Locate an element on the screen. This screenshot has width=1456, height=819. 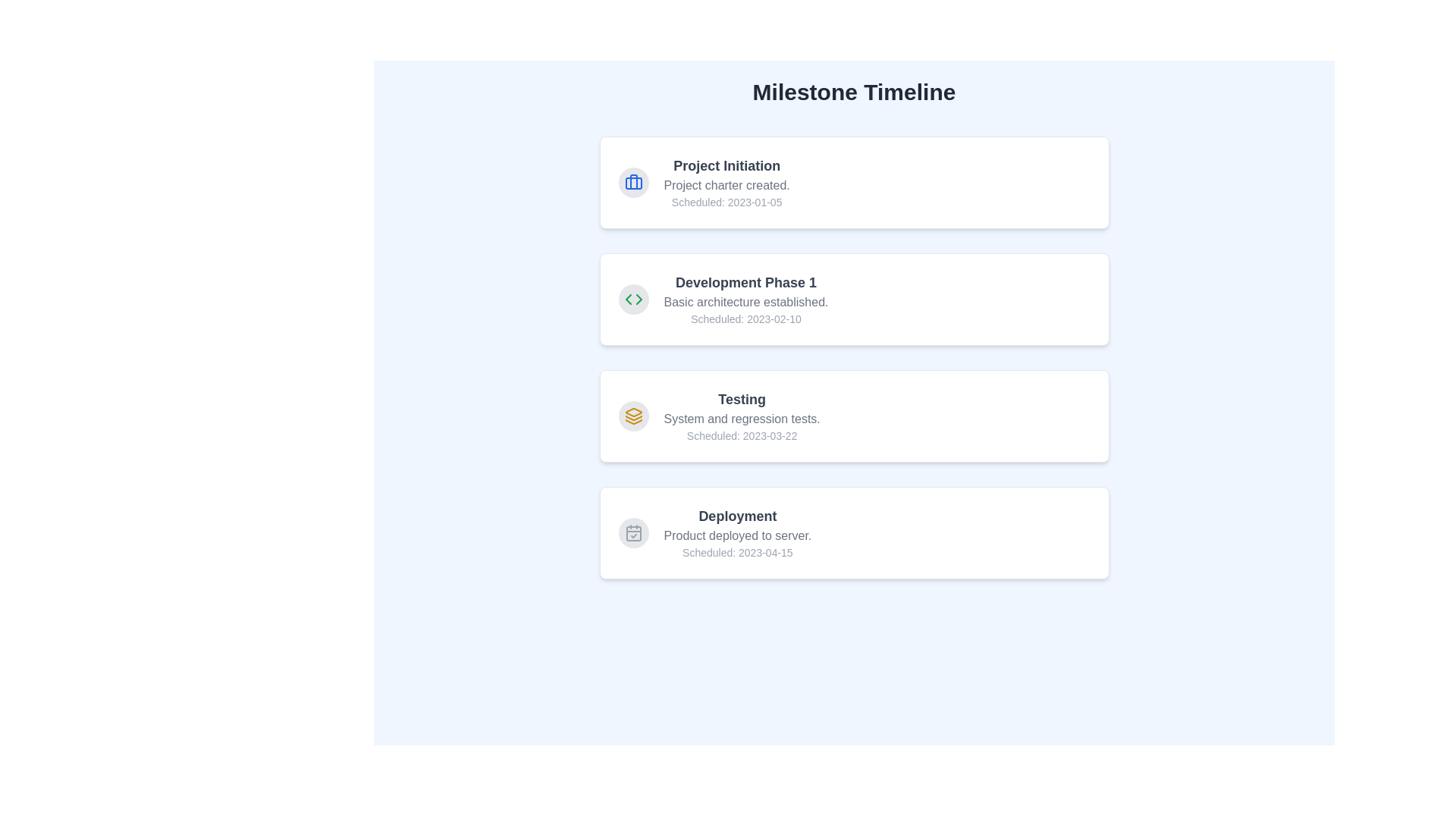
the multiline text block inside the card that displays details about a specific phase in the milestone timeline, positioned second from the top in a vertical list is located at coordinates (745, 299).